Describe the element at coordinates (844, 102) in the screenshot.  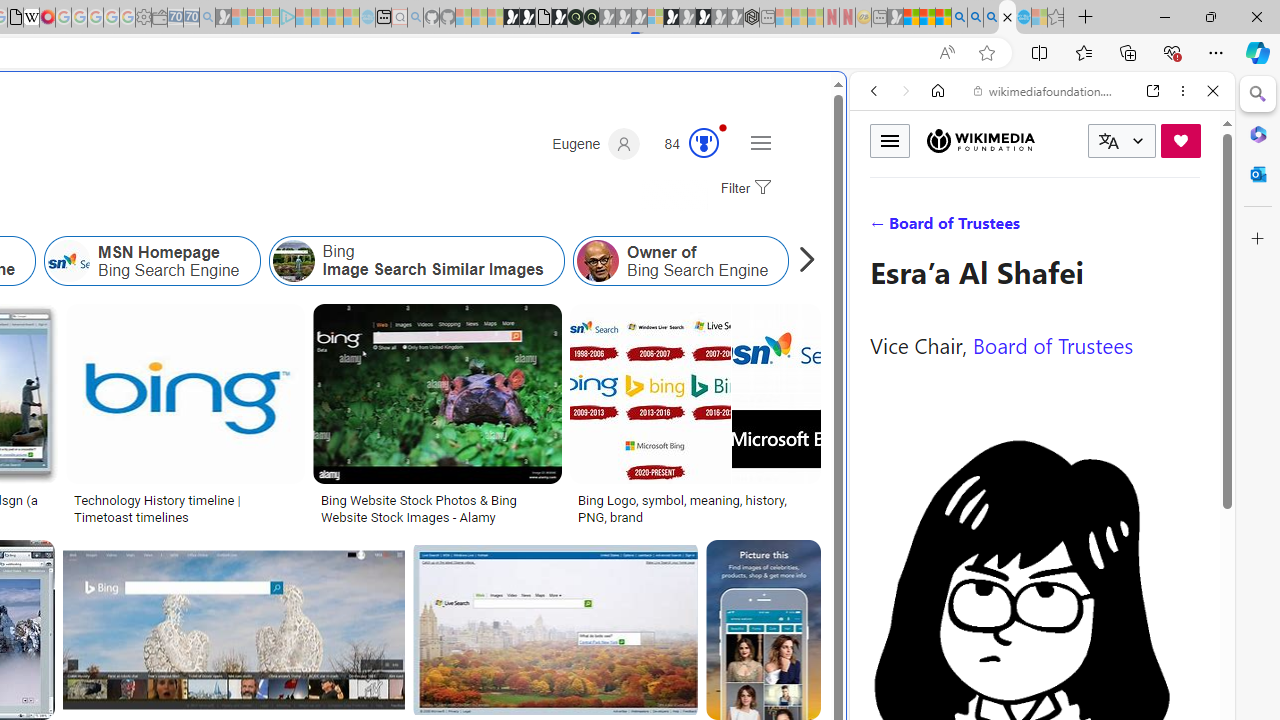
I see `'Close split screen'` at that location.